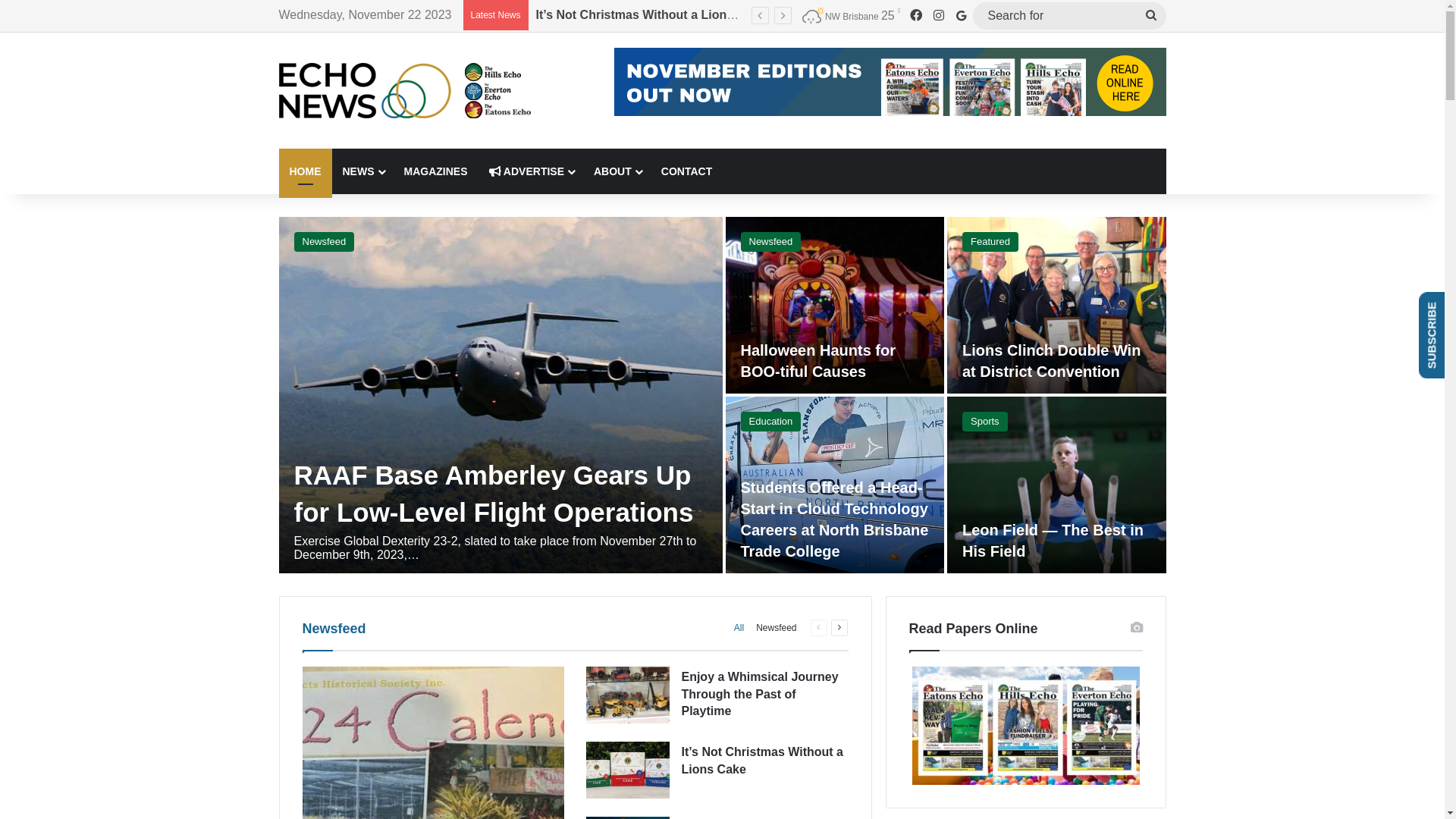  What do you see at coordinates (990, 241) in the screenshot?
I see `'Featured'` at bounding box center [990, 241].